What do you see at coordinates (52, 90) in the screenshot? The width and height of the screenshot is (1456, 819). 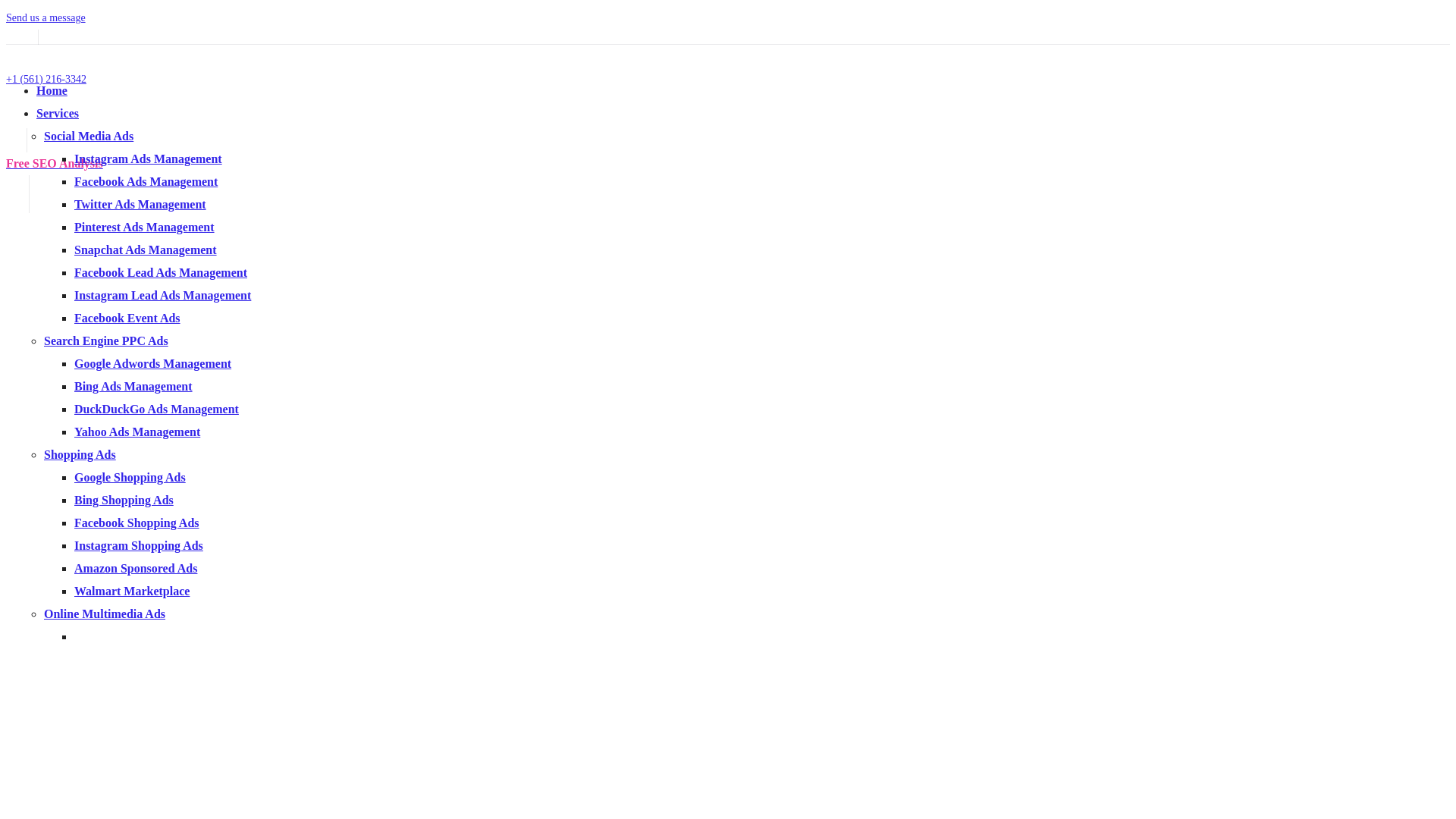 I see `'Home'` at bounding box center [52, 90].